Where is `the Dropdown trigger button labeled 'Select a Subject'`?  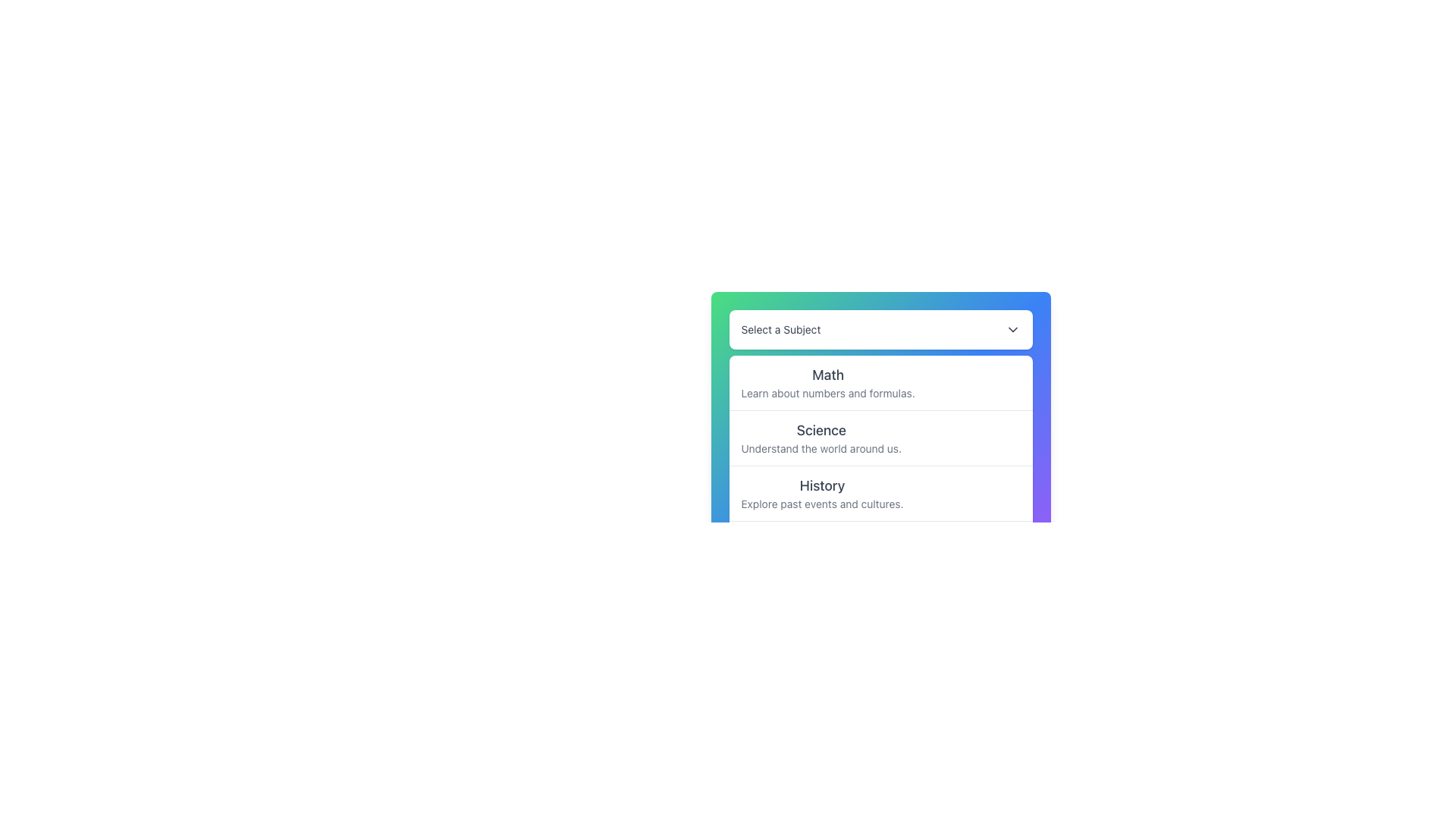
the Dropdown trigger button labeled 'Select a Subject' is located at coordinates (880, 329).